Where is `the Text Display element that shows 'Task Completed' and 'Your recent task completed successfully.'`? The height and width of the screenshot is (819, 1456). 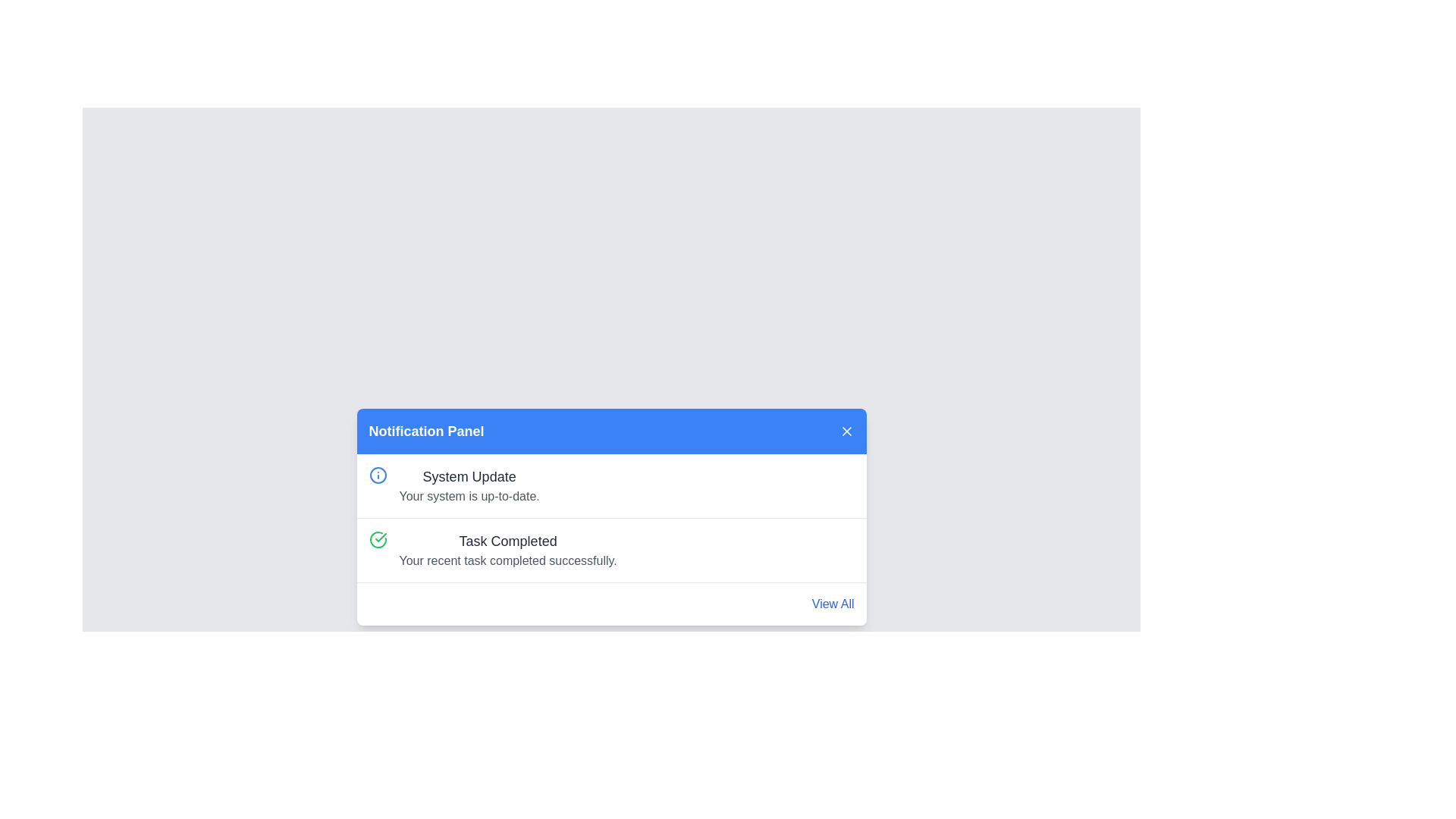
the Text Display element that shows 'Task Completed' and 'Your recent task completed successfully.' is located at coordinates (508, 550).